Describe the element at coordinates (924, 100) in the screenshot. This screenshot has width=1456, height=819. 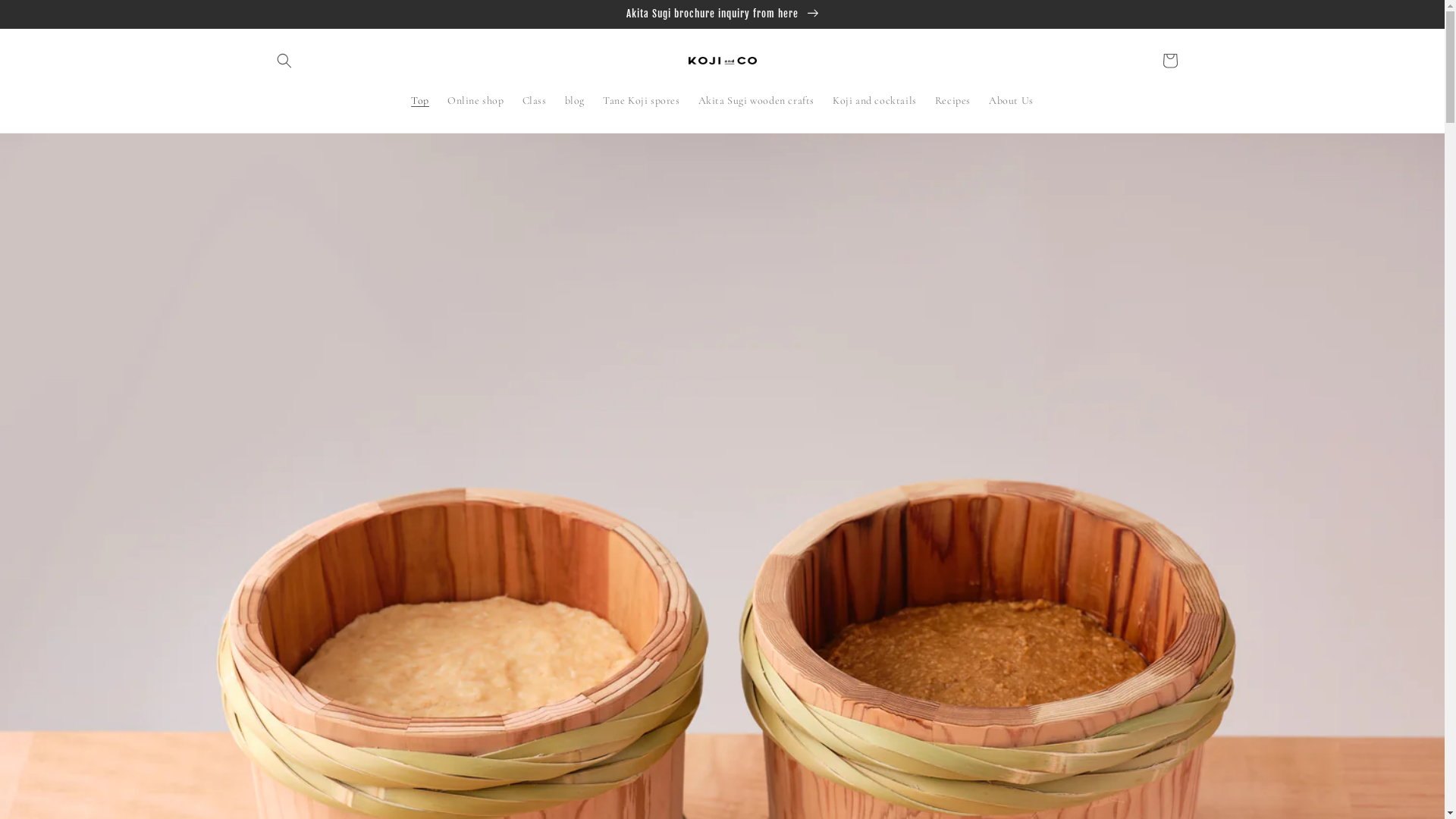
I see `'Recipes'` at that location.